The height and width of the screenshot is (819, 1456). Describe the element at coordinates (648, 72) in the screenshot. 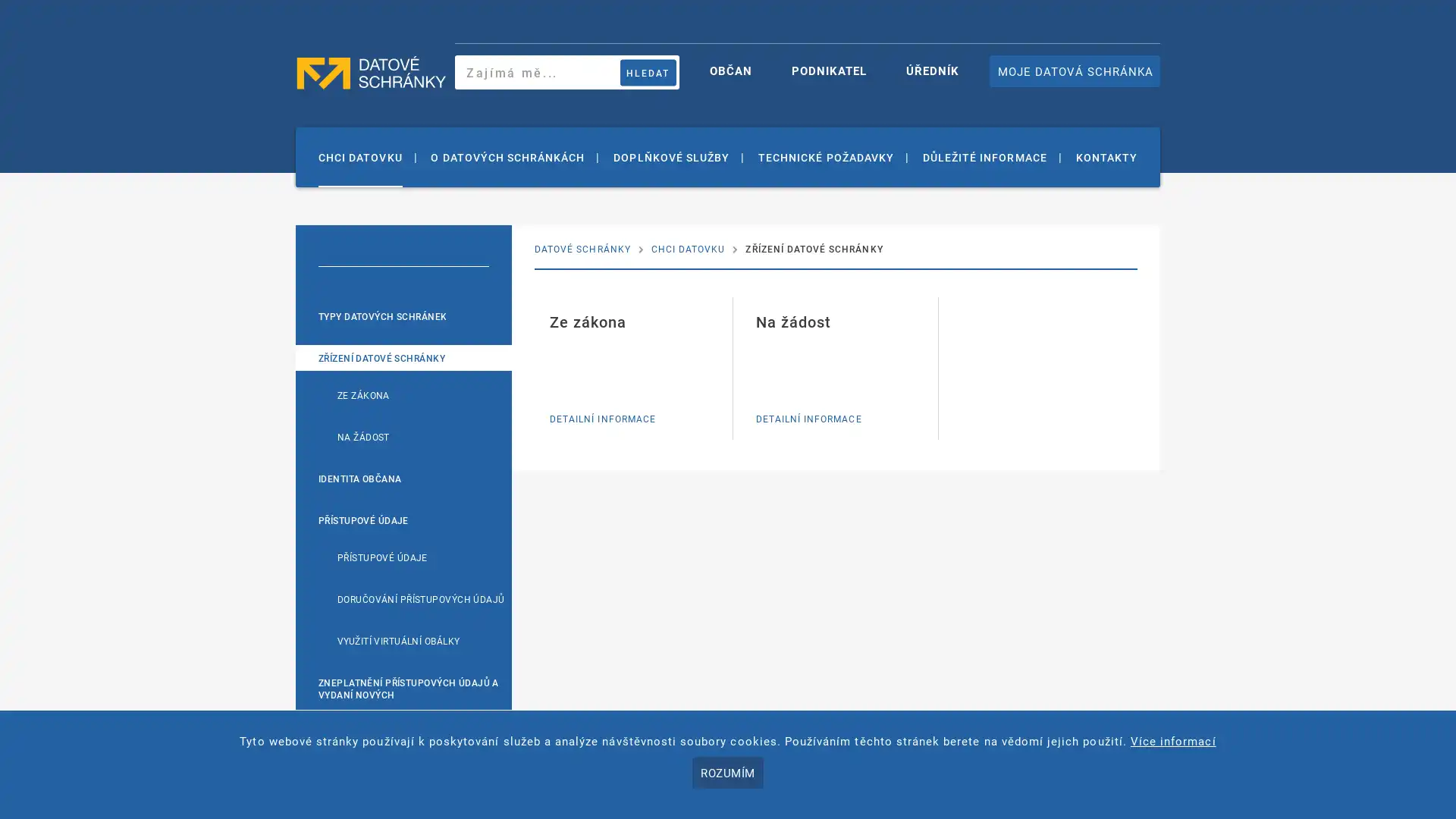

I see `Hledat` at that location.